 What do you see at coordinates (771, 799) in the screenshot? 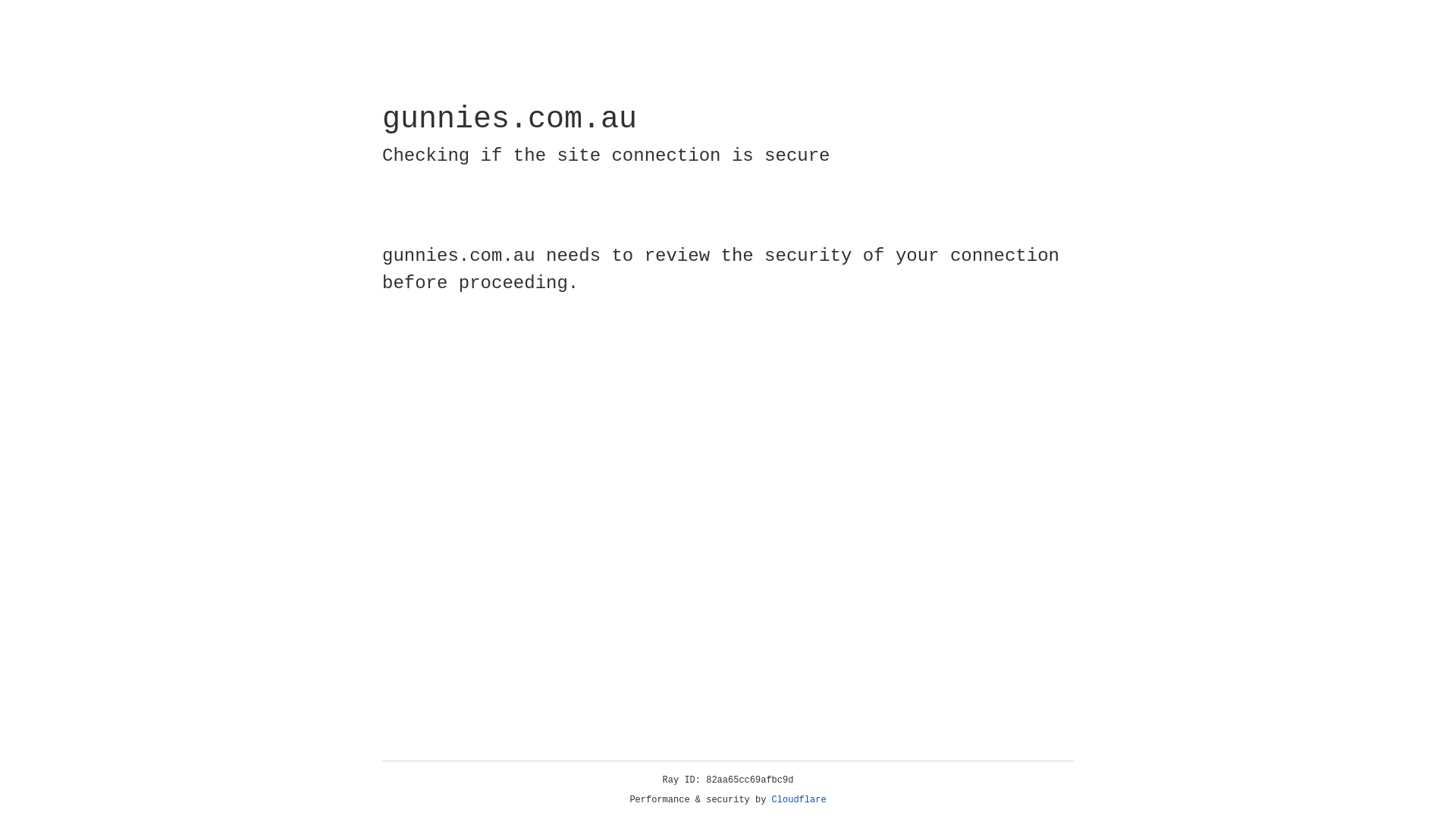
I see `'Cloudflare'` at bounding box center [771, 799].